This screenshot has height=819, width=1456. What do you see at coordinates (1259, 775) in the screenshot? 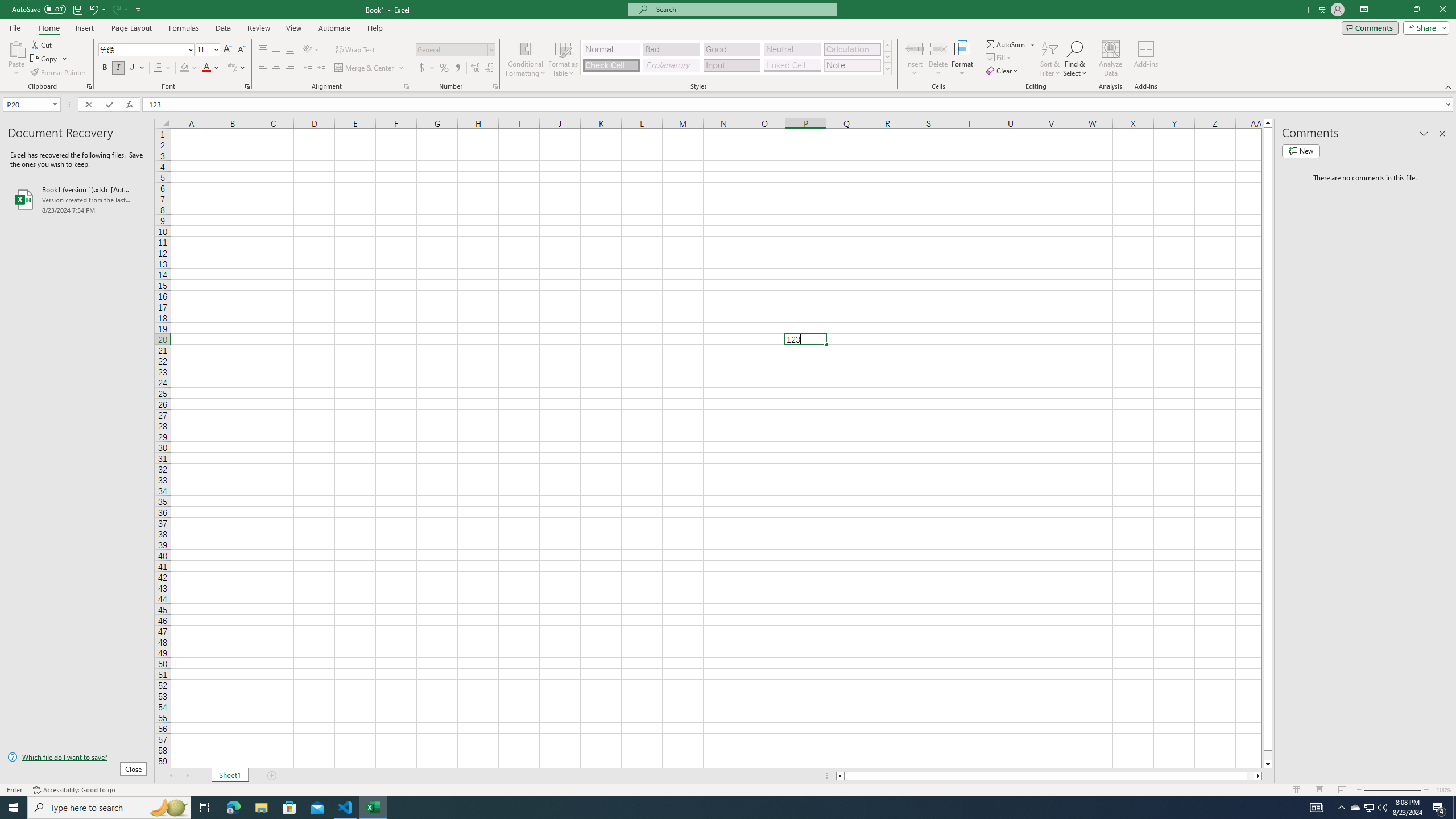
I see `'Column right'` at bounding box center [1259, 775].